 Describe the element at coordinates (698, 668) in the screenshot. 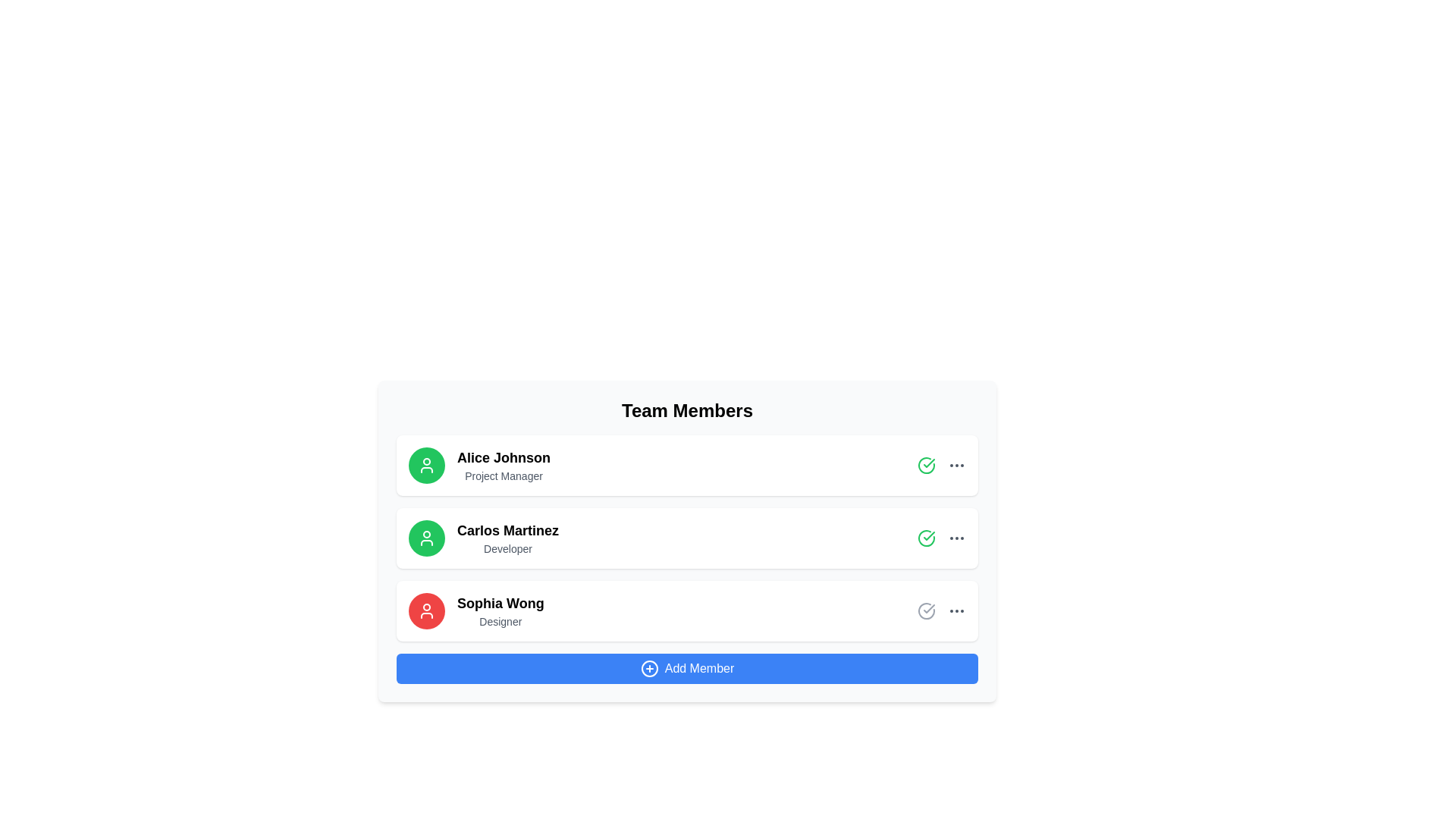

I see `the 'Add Member' text label element, which is styled with a white font color and positioned next to a '+' circle icon` at that location.